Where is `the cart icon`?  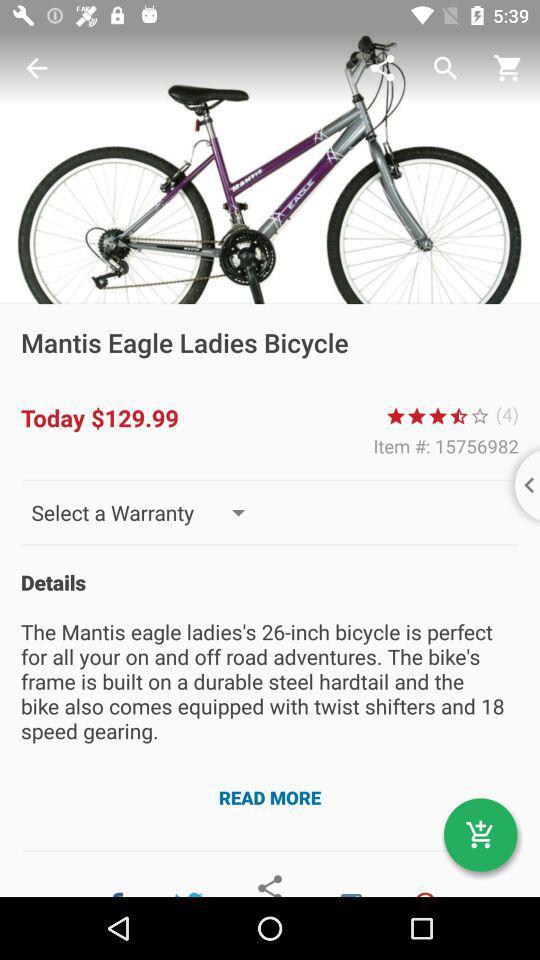
the cart icon is located at coordinates (479, 835).